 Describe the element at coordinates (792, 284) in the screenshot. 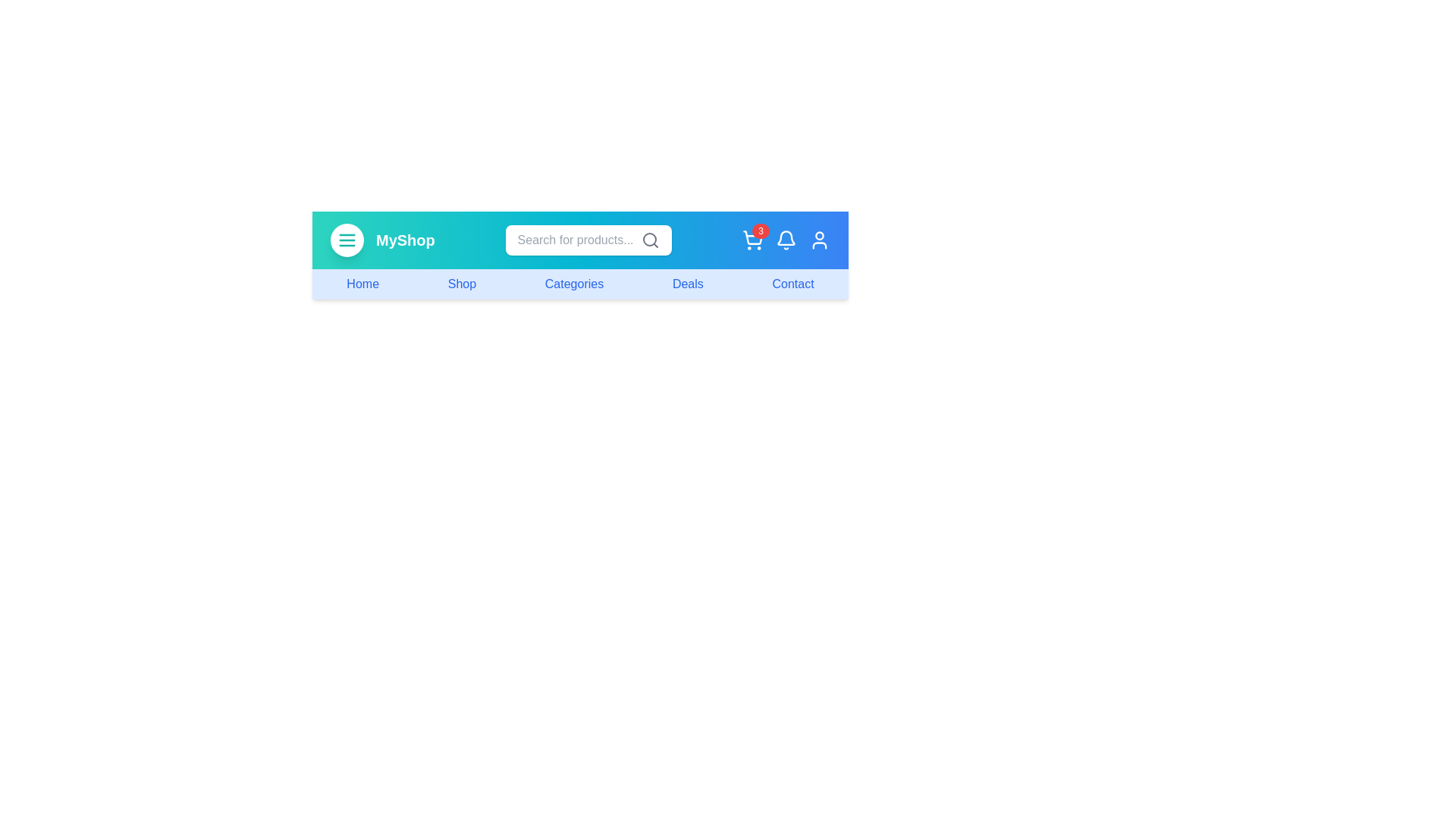

I see `the navigation link labeled Contact to navigate to the corresponding section` at that location.